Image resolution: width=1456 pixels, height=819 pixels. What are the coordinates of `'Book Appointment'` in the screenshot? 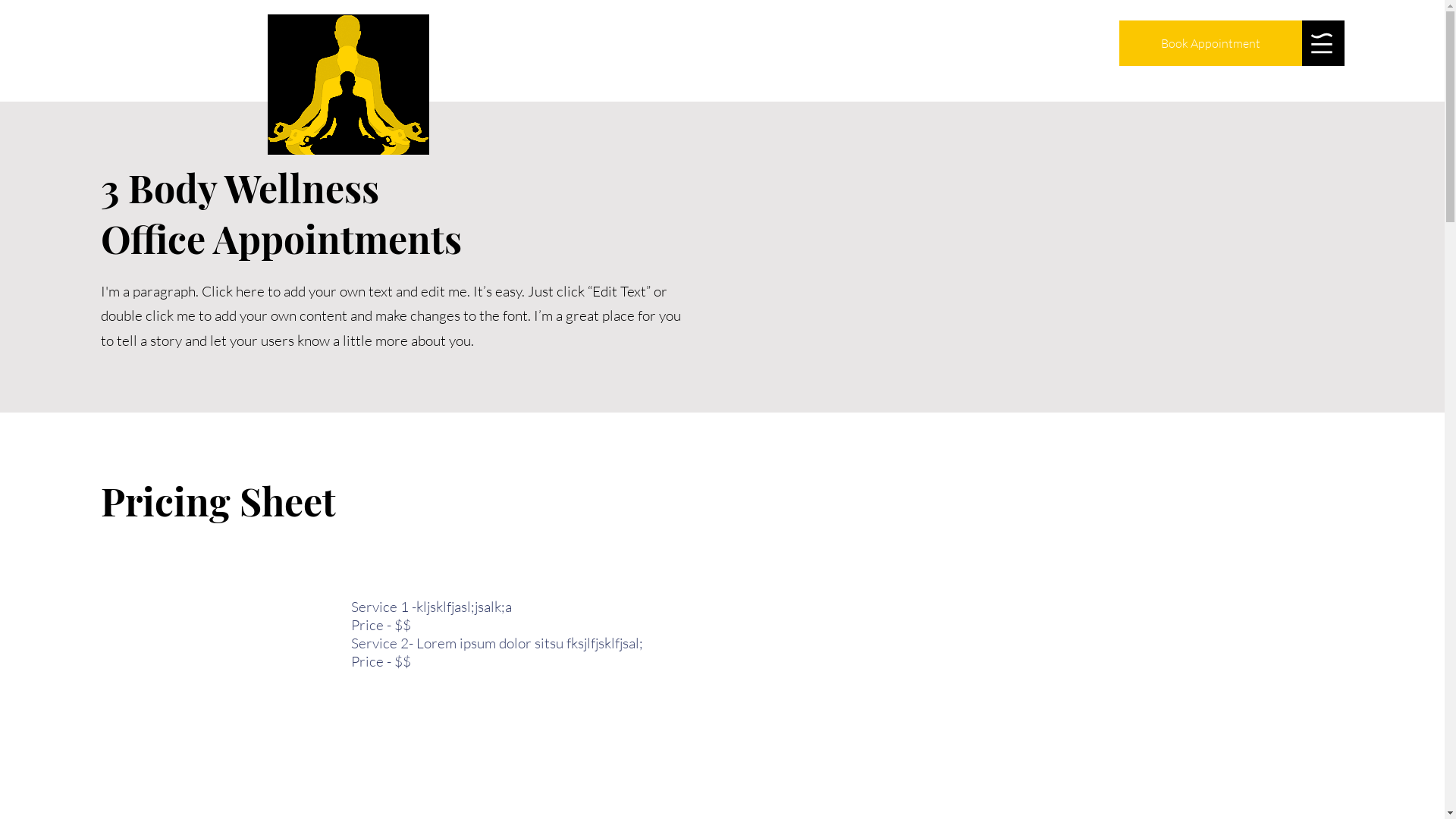 It's located at (1119, 42).